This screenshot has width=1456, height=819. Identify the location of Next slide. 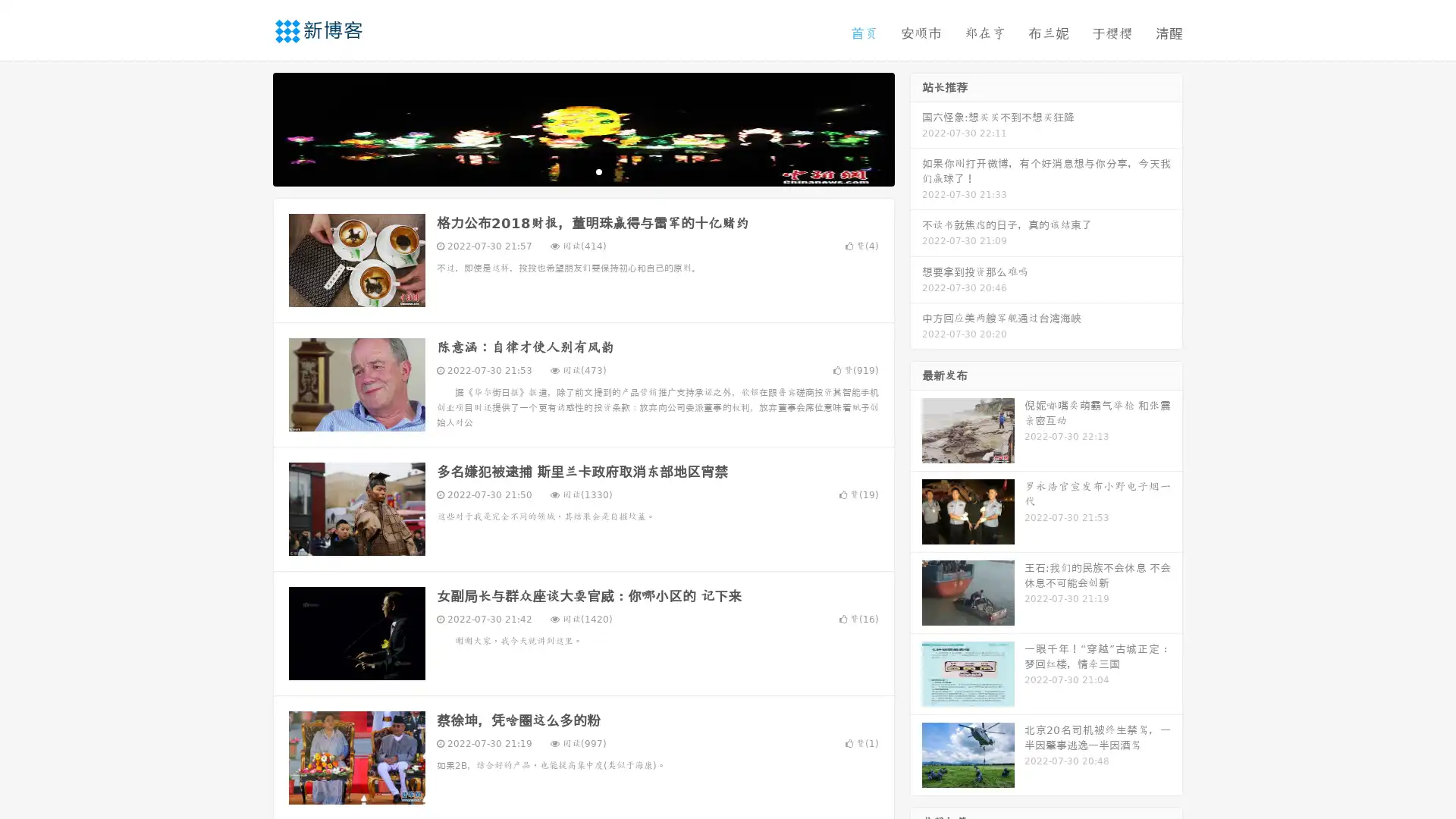
(916, 127).